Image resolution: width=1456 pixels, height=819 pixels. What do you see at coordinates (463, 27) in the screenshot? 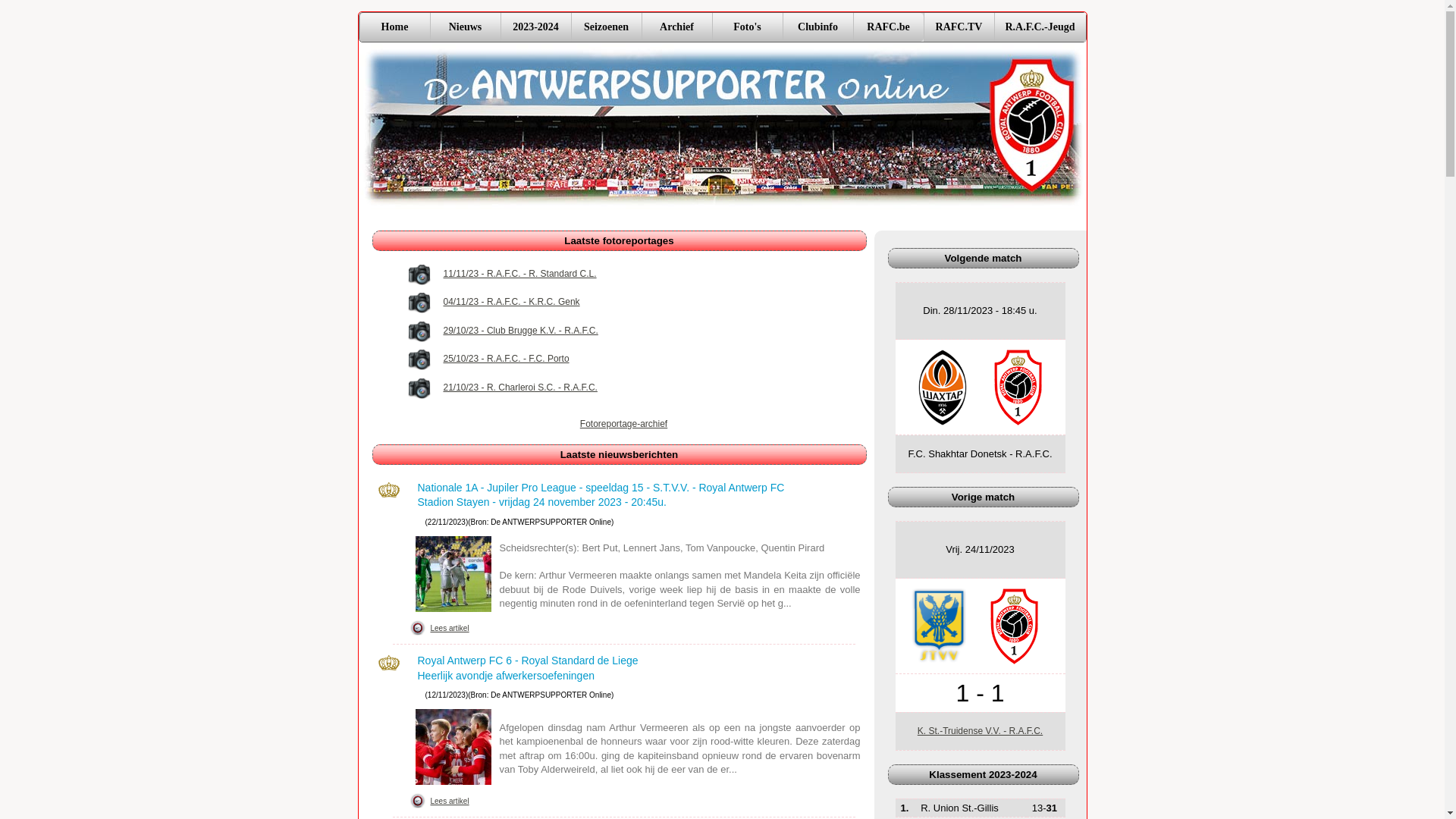
I see `'Nieuws'` at bounding box center [463, 27].